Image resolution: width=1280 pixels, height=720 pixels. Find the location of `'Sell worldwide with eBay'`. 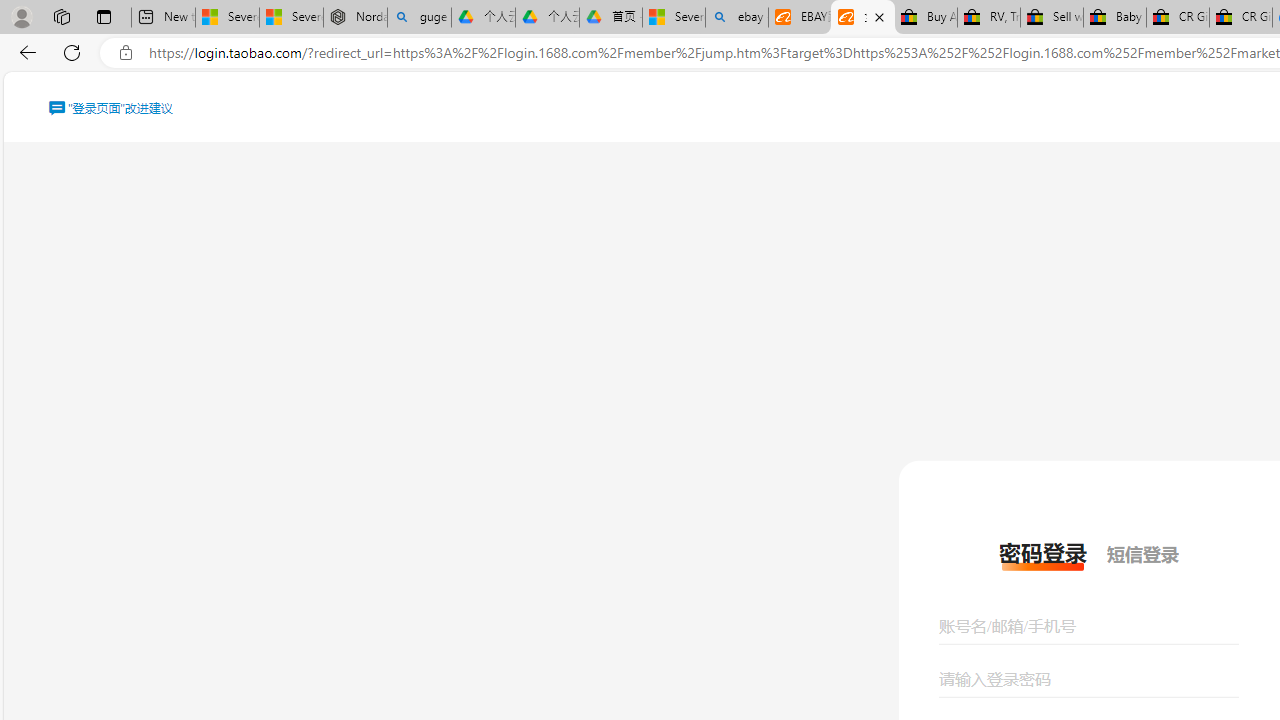

'Sell worldwide with eBay' is located at coordinates (1051, 17).